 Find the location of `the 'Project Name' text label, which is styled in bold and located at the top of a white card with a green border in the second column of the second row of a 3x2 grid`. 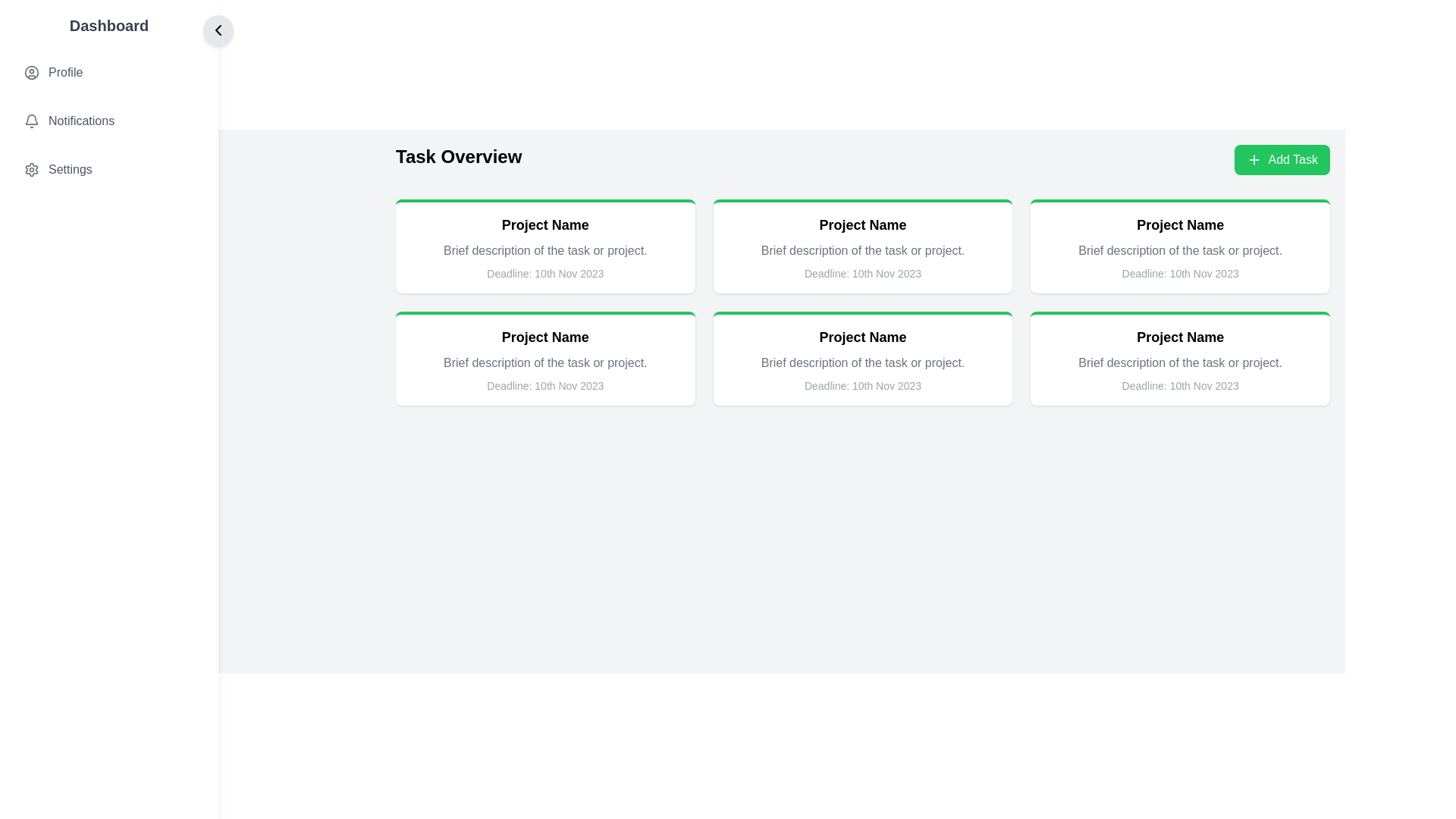

the 'Project Name' text label, which is styled in bold and located at the top of a white card with a green border in the second column of the second row of a 3x2 grid is located at coordinates (862, 336).